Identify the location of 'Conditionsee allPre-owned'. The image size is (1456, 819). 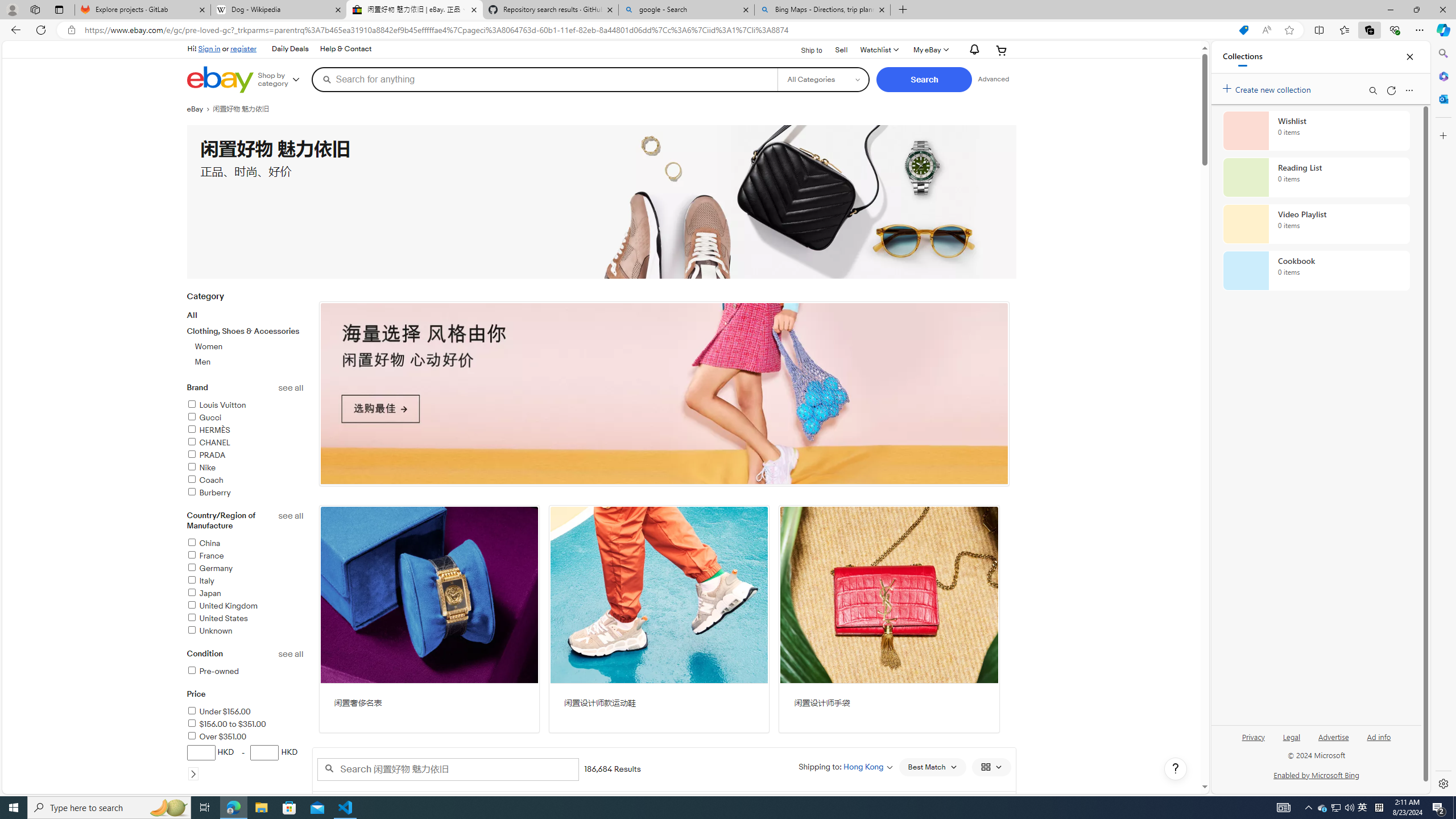
(245, 668).